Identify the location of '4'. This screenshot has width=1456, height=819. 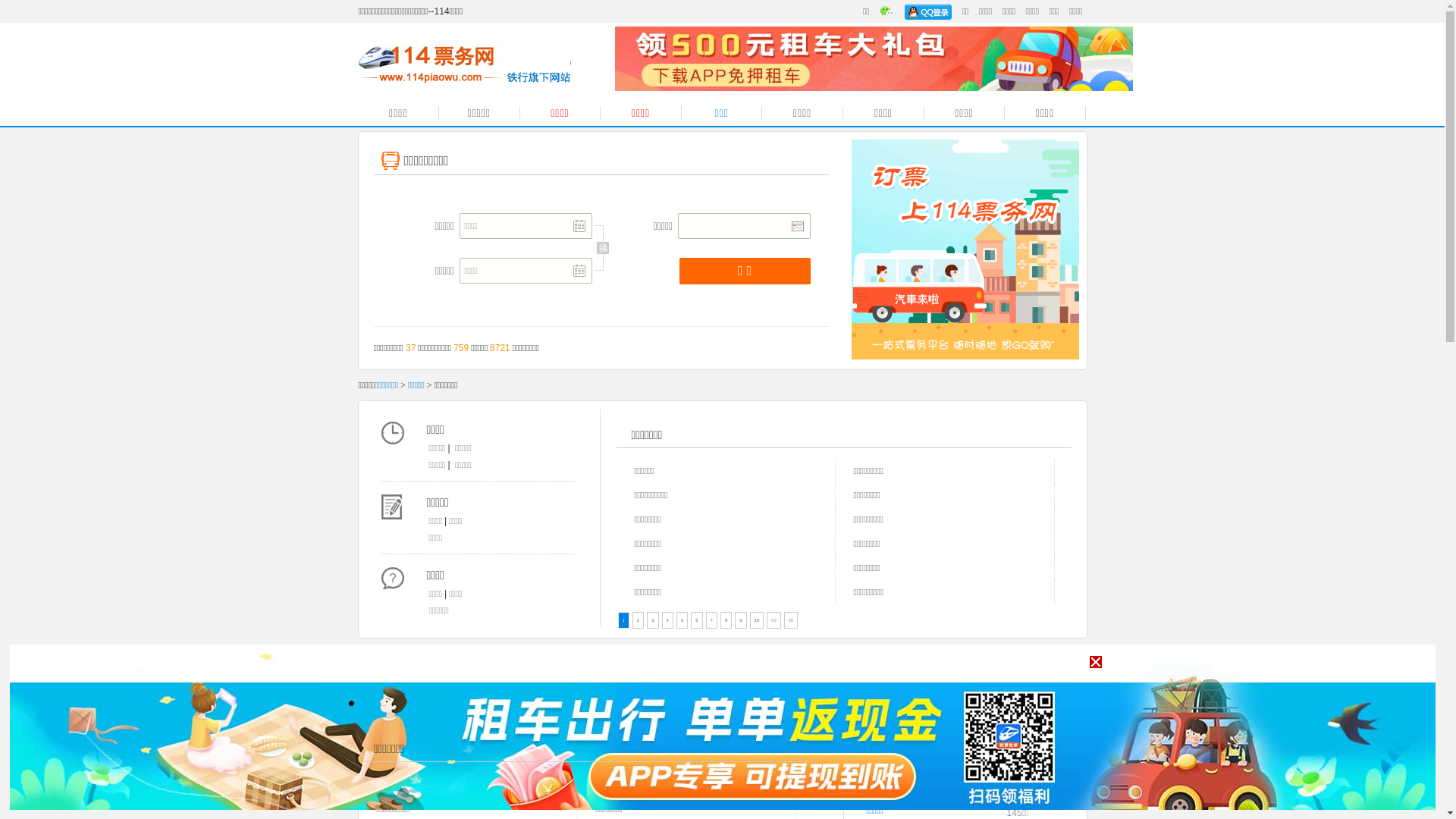
(667, 620).